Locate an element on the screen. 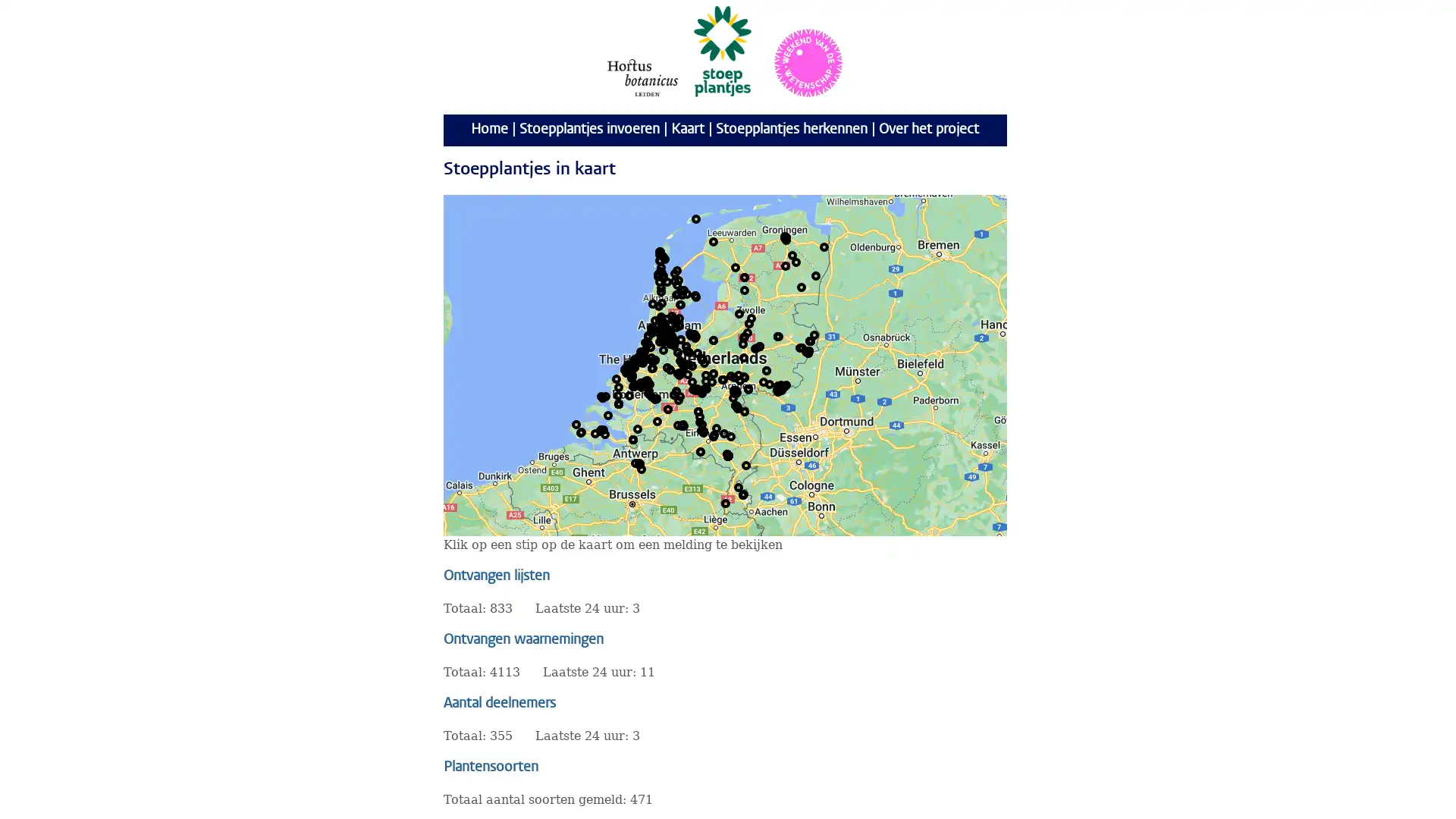 The image size is (1456, 819). Telling van op 13 december 2021 is located at coordinates (640, 383).